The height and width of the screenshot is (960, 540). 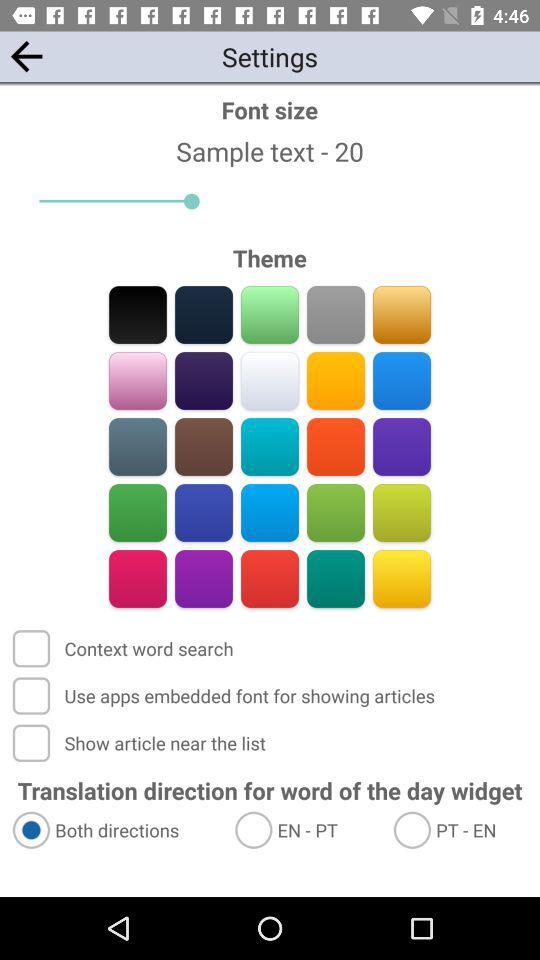 What do you see at coordinates (203, 512) in the screenshot?
I see `change theme color` at bounding box center [203, 512].